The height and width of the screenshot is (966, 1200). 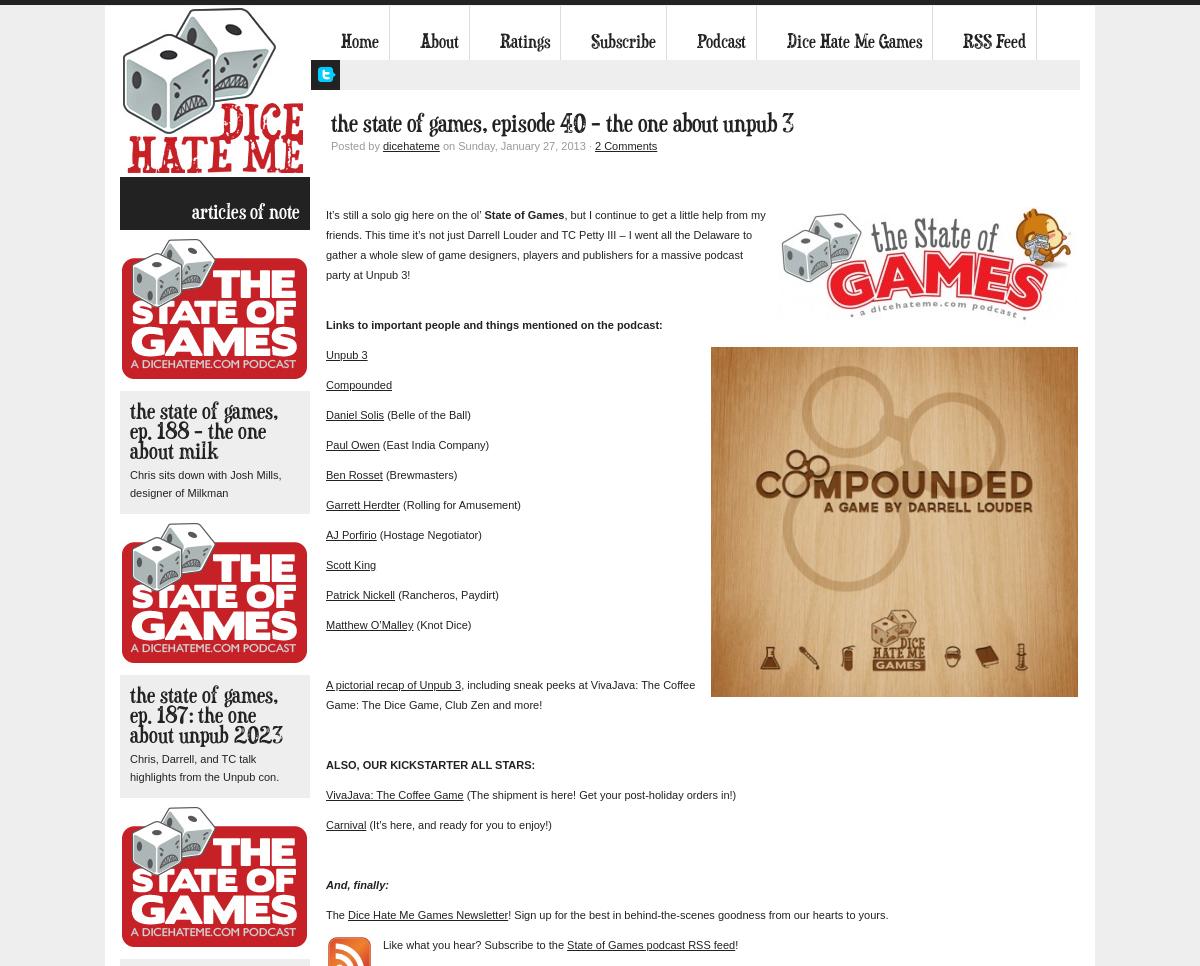 What do you see at coordinates (345, 824) in the screenshot?
I see `'Carnival'` at bounding box center [345, 824].